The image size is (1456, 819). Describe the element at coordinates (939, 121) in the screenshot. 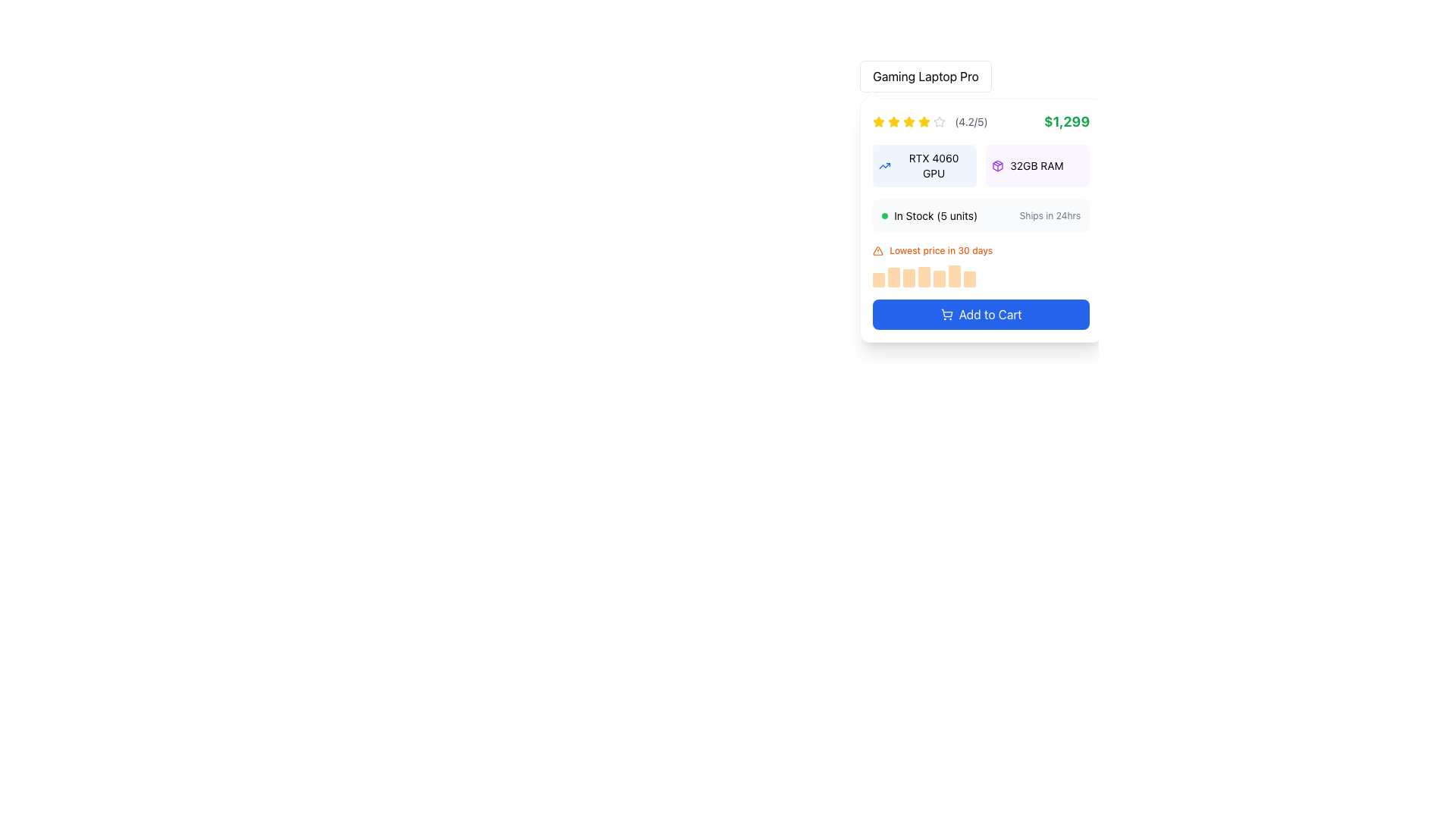

I see `the sixth outlined star in the star rating system, which is gray and located near the top left of the product card, immediately after five filled yellow stars` at that location.